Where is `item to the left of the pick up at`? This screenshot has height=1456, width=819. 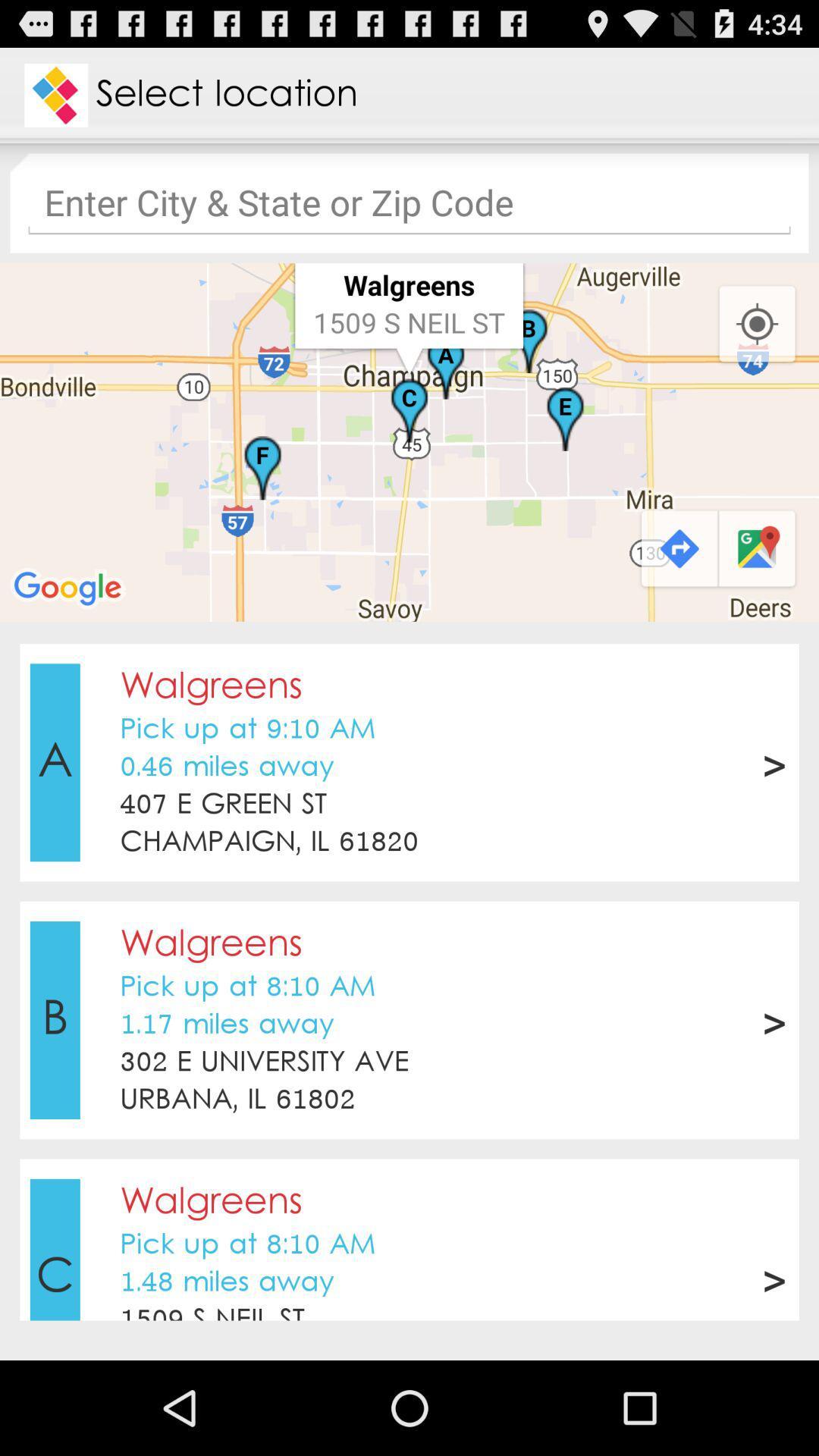 item to the left of the pick up at is located at coordinates (54, 1020).